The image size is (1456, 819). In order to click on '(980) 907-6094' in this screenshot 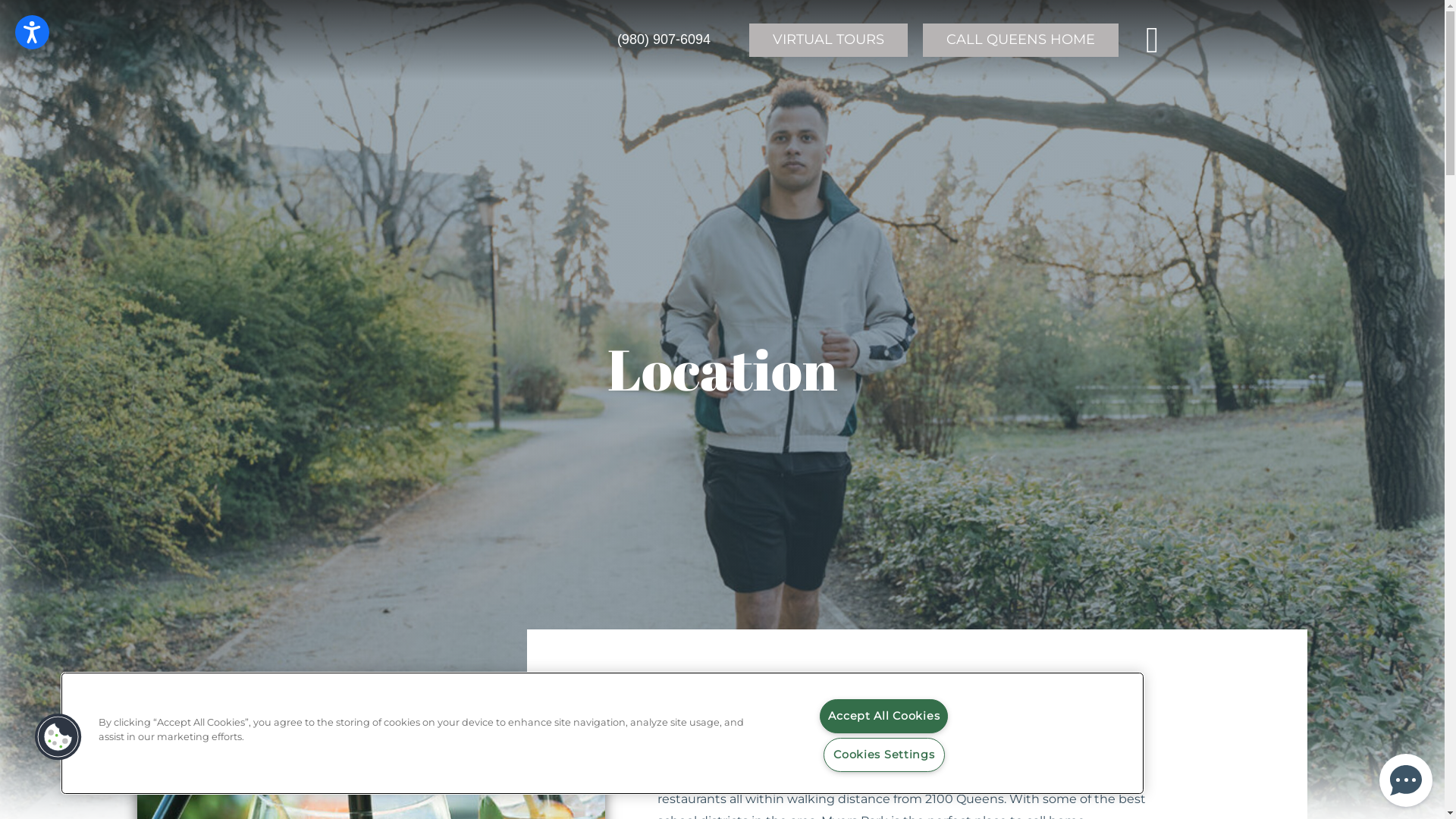, I will do `click(664, 39)`.